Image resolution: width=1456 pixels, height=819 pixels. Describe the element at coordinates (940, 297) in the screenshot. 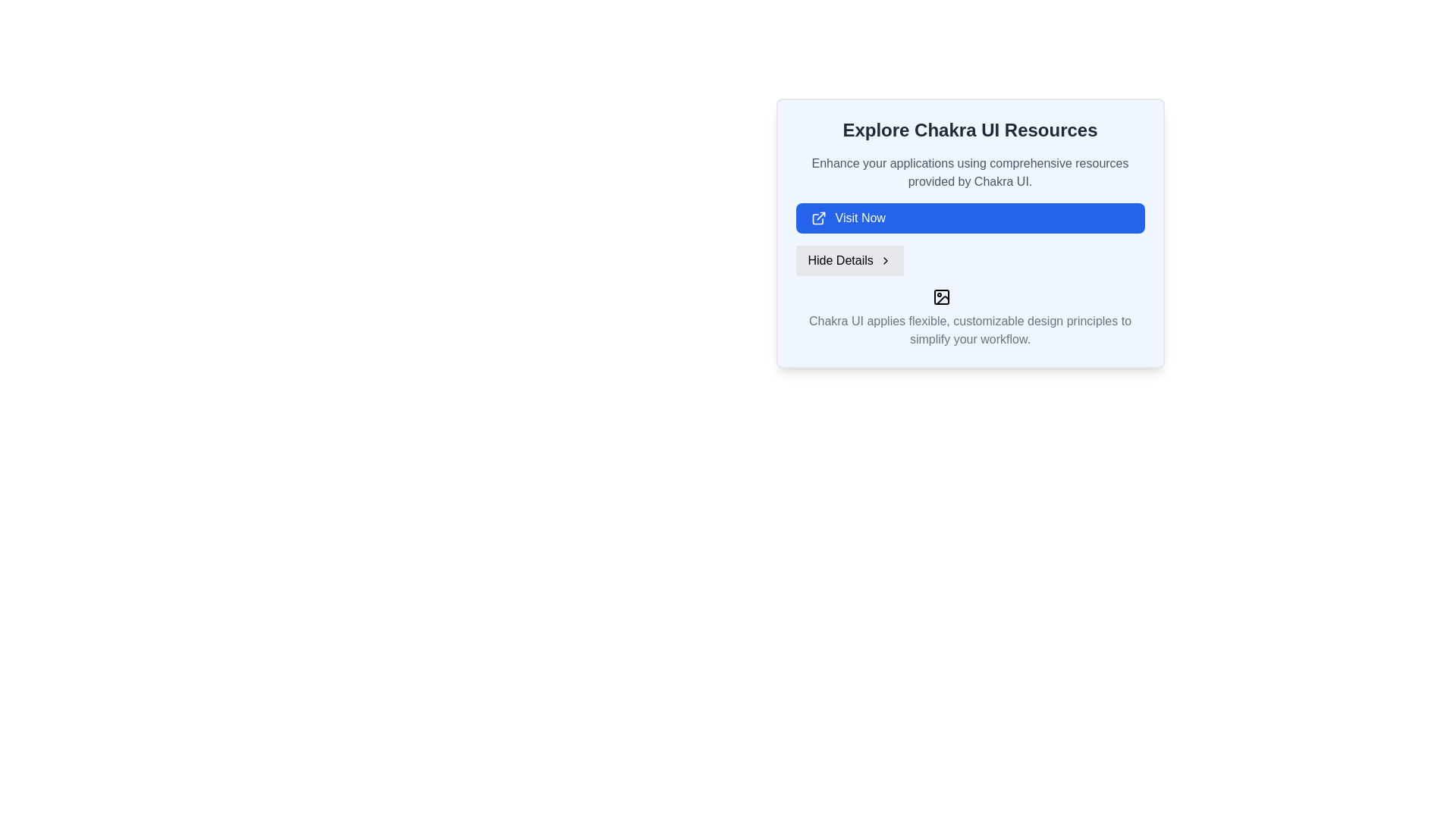

I see `the image placeholder icon with rounded corners and a black border, located above the text 'Chakra UI applies flexible, customizable design principles to simplify your workflow.'` at that location.